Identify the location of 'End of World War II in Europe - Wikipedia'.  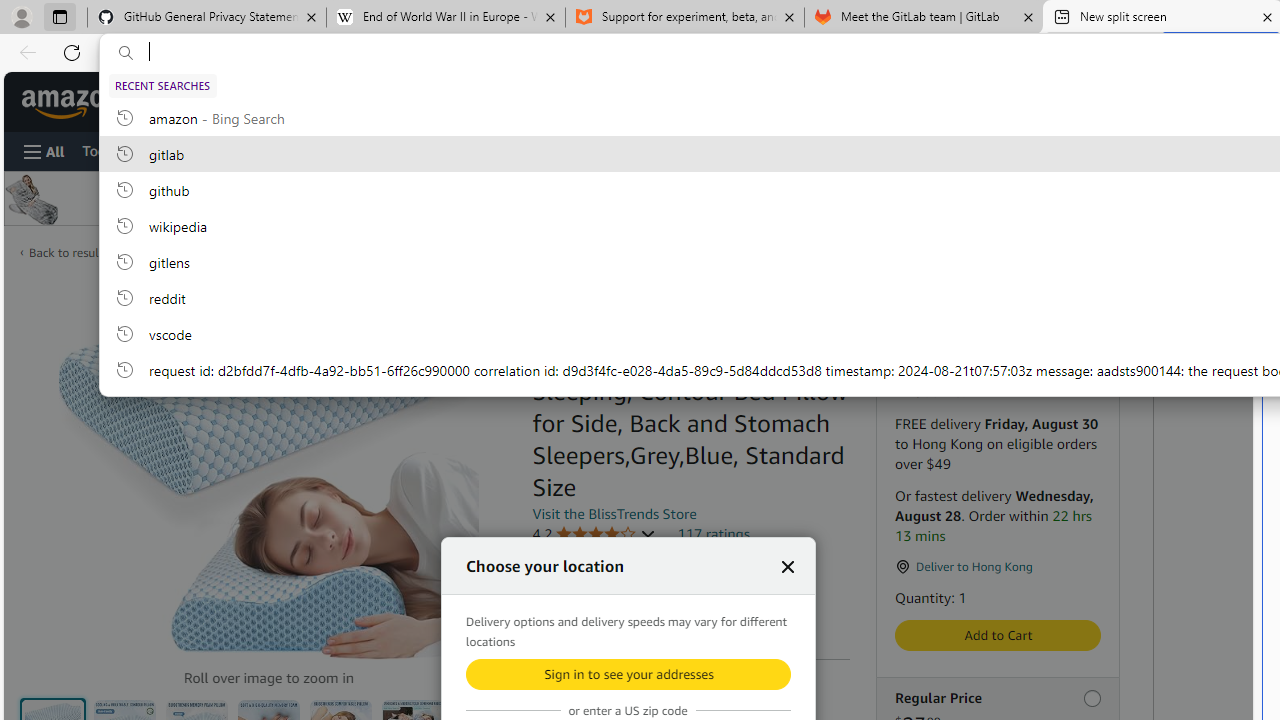
(444, 17).